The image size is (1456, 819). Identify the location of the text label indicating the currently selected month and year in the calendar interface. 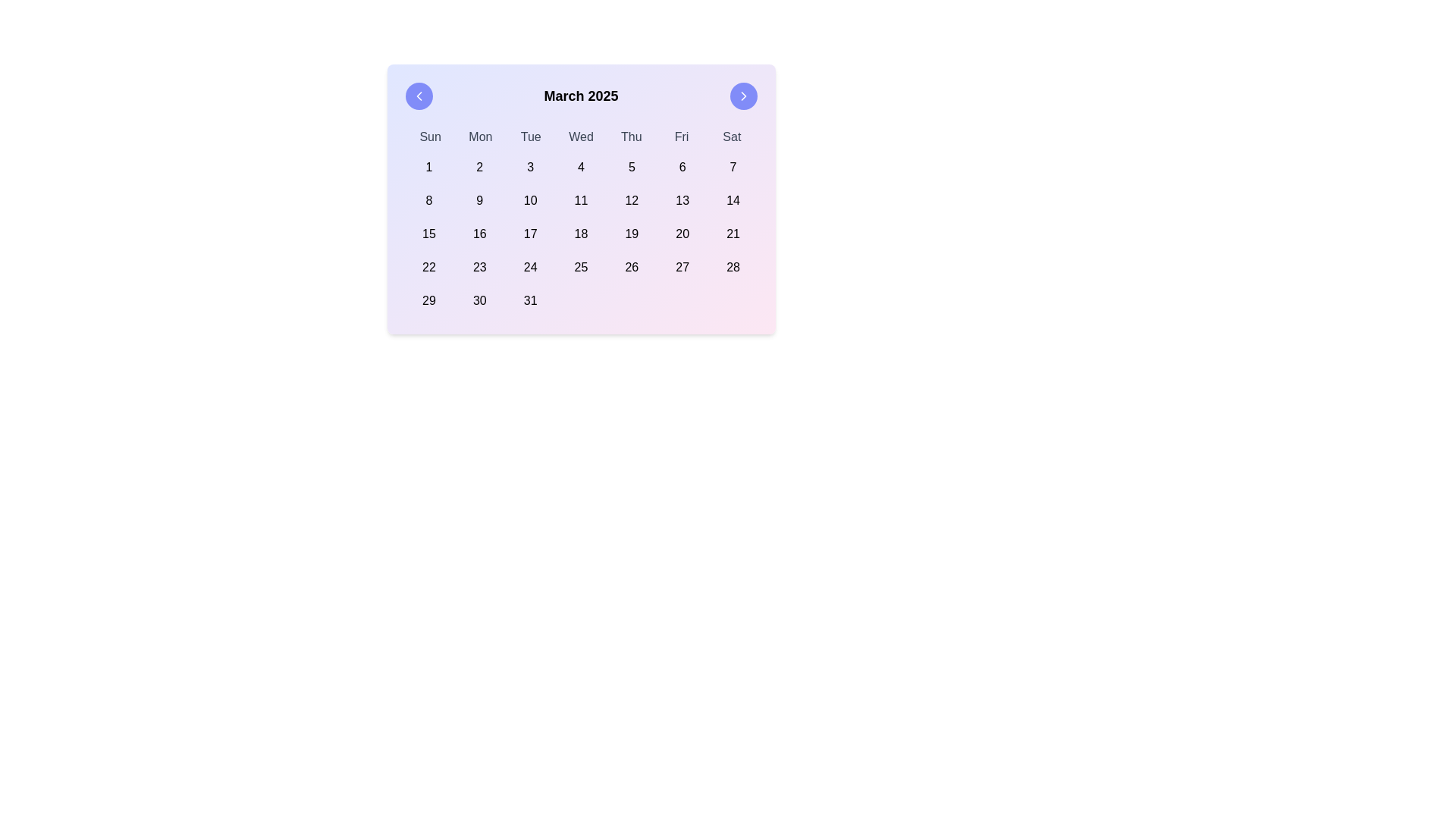
(580, 96).